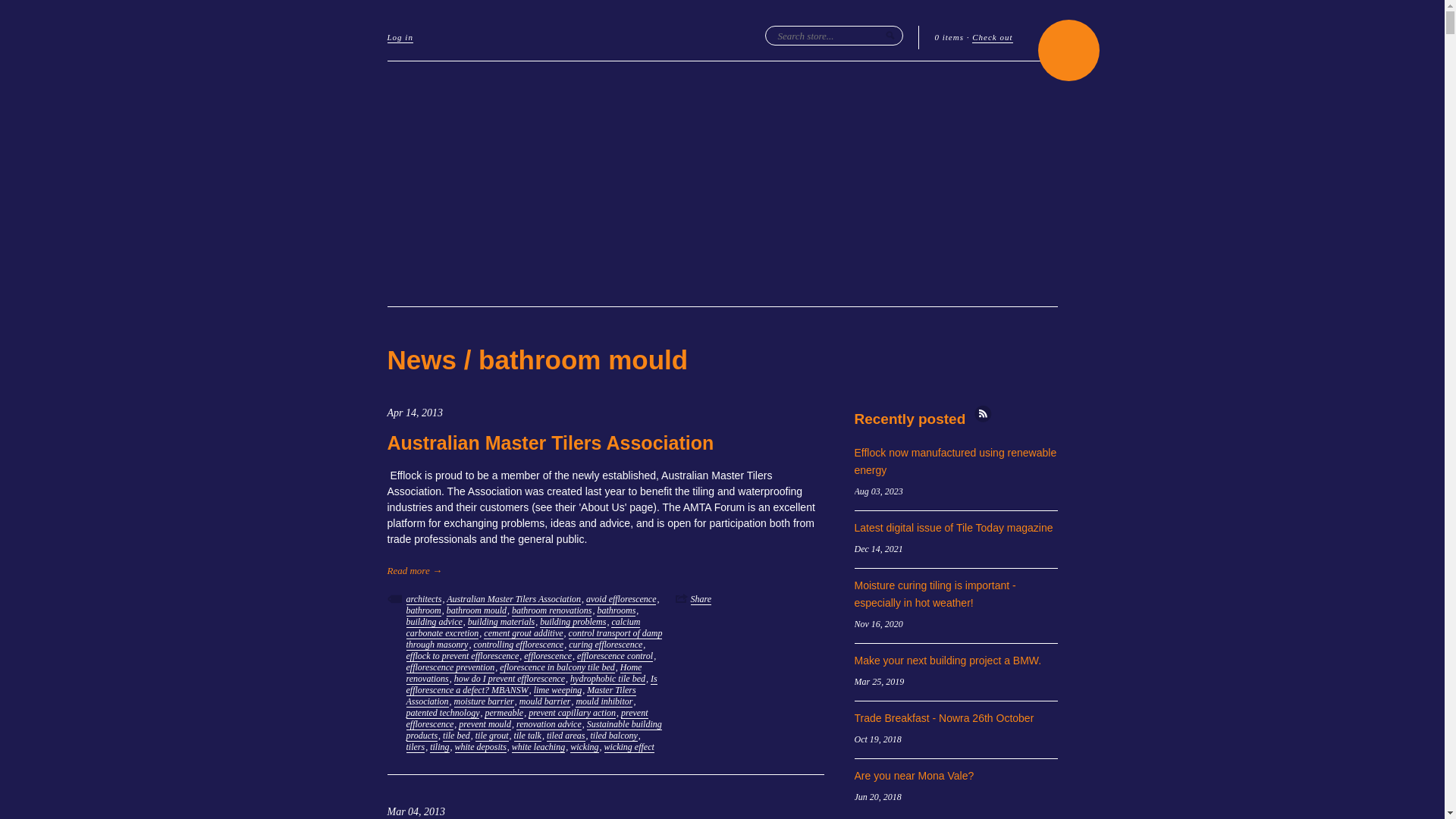 Image resolution: width=1456 pixels, height=819 pixels. Describe the element at coordinates (545, 701) in the screenshot. I see `'mould barrier'` at that location.